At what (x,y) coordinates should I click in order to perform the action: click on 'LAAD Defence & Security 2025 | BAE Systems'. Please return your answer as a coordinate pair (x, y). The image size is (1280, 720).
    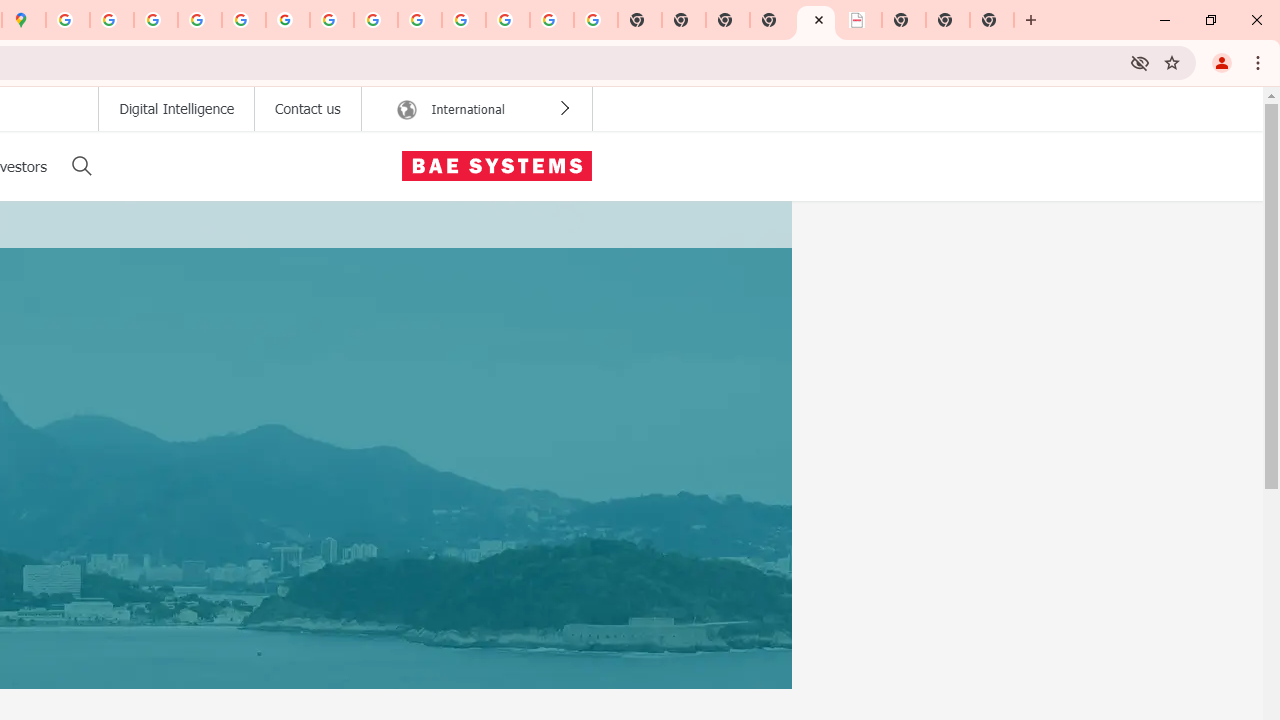
    Looking at the image, I should click on (816, 20).